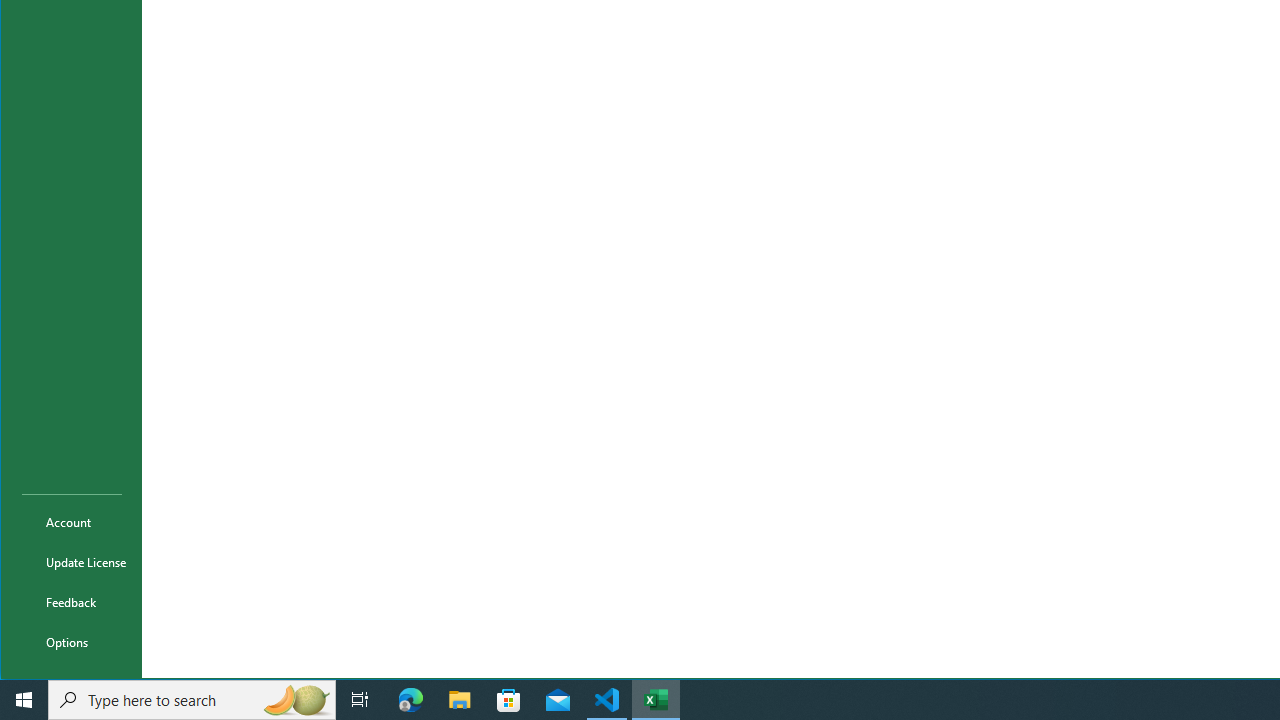  I want to click on 'Visual Studio Code - 1 running window', so click(606, 698).